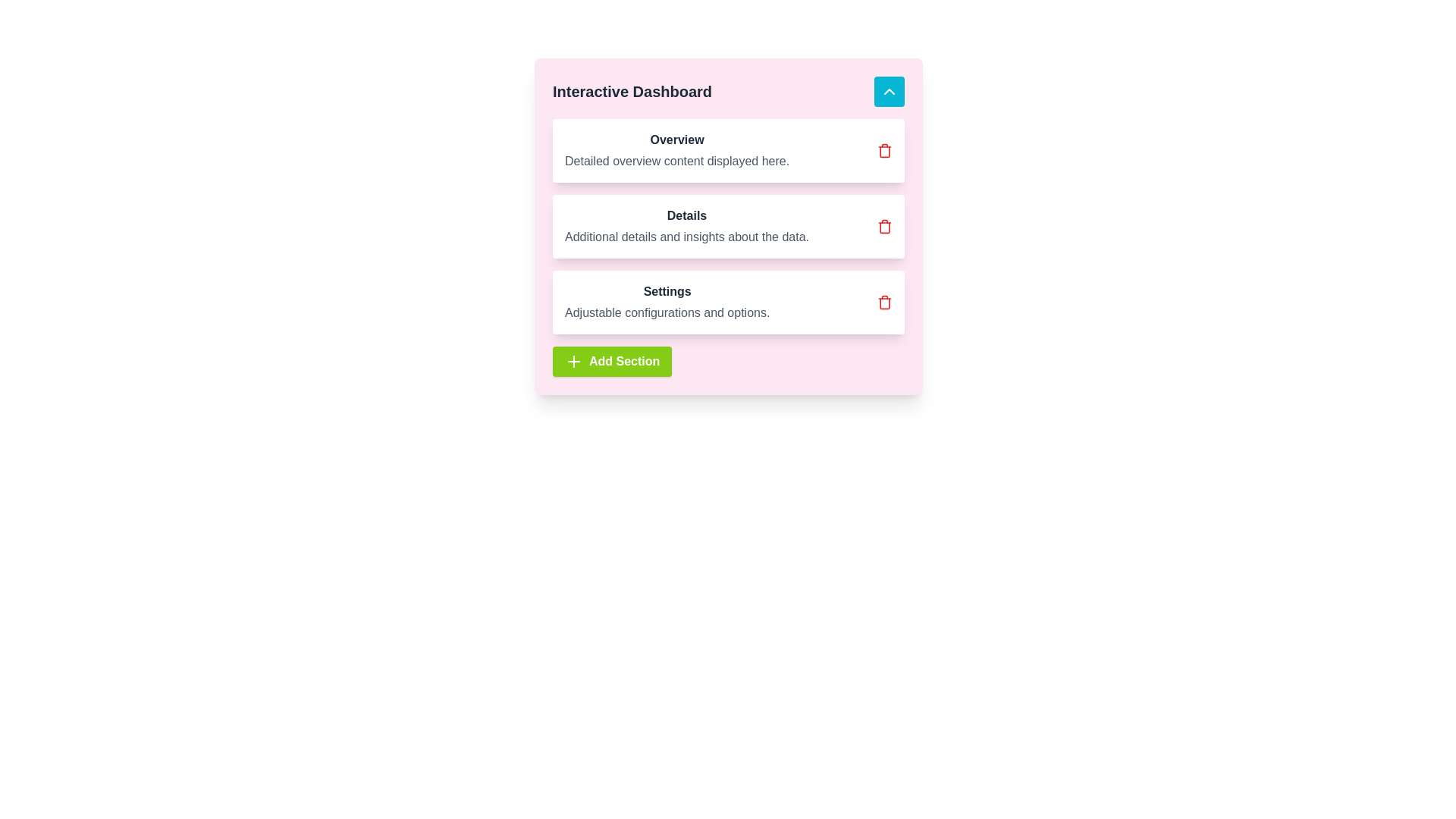  I want to click on the 'Settings' text label, which is styled with a bold font and dark gray color, positioned above the descriptive text in the third section of configurable options, so click(667, 292).